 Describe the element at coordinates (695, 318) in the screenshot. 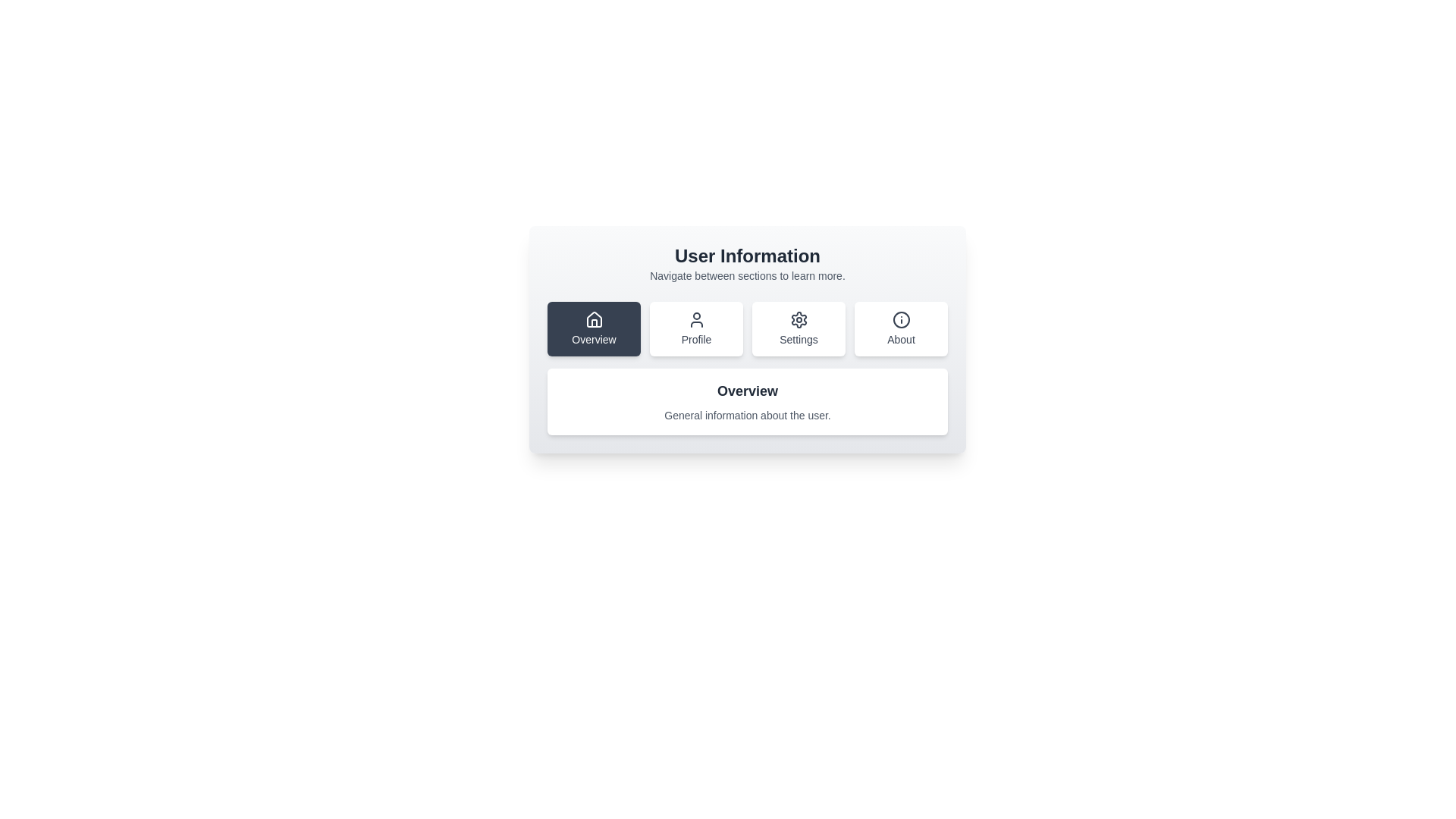

I see `the 'Profile' icon located in the navigation bar between the 'Overview' and 'Settings' buttons` at that location.